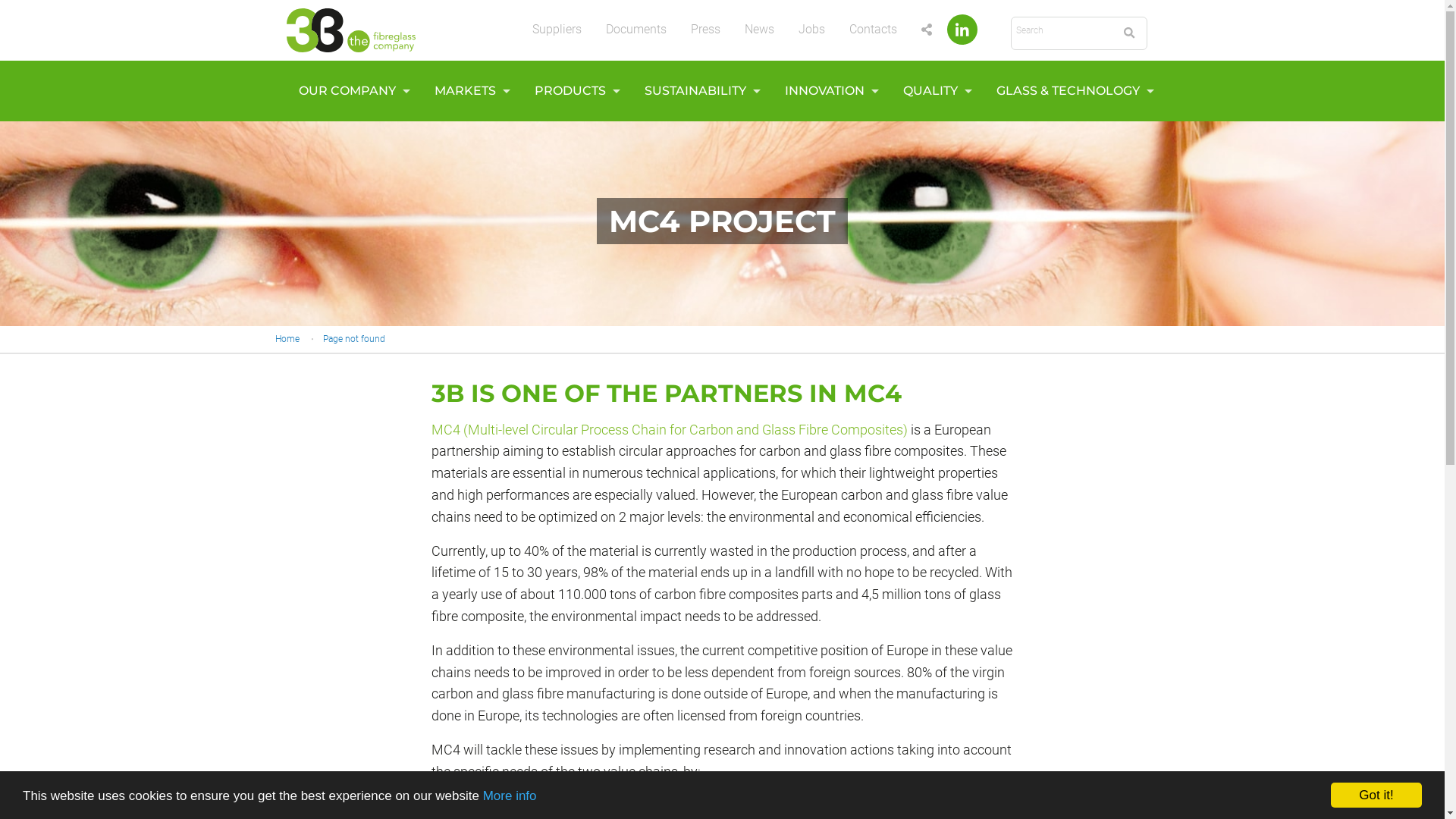 The width and height of the screenshot is (1456, 819). What do you see at coordinates (810, 29) in the screenshot?
I see `'Jobs'` at bounding box center [810, 29].